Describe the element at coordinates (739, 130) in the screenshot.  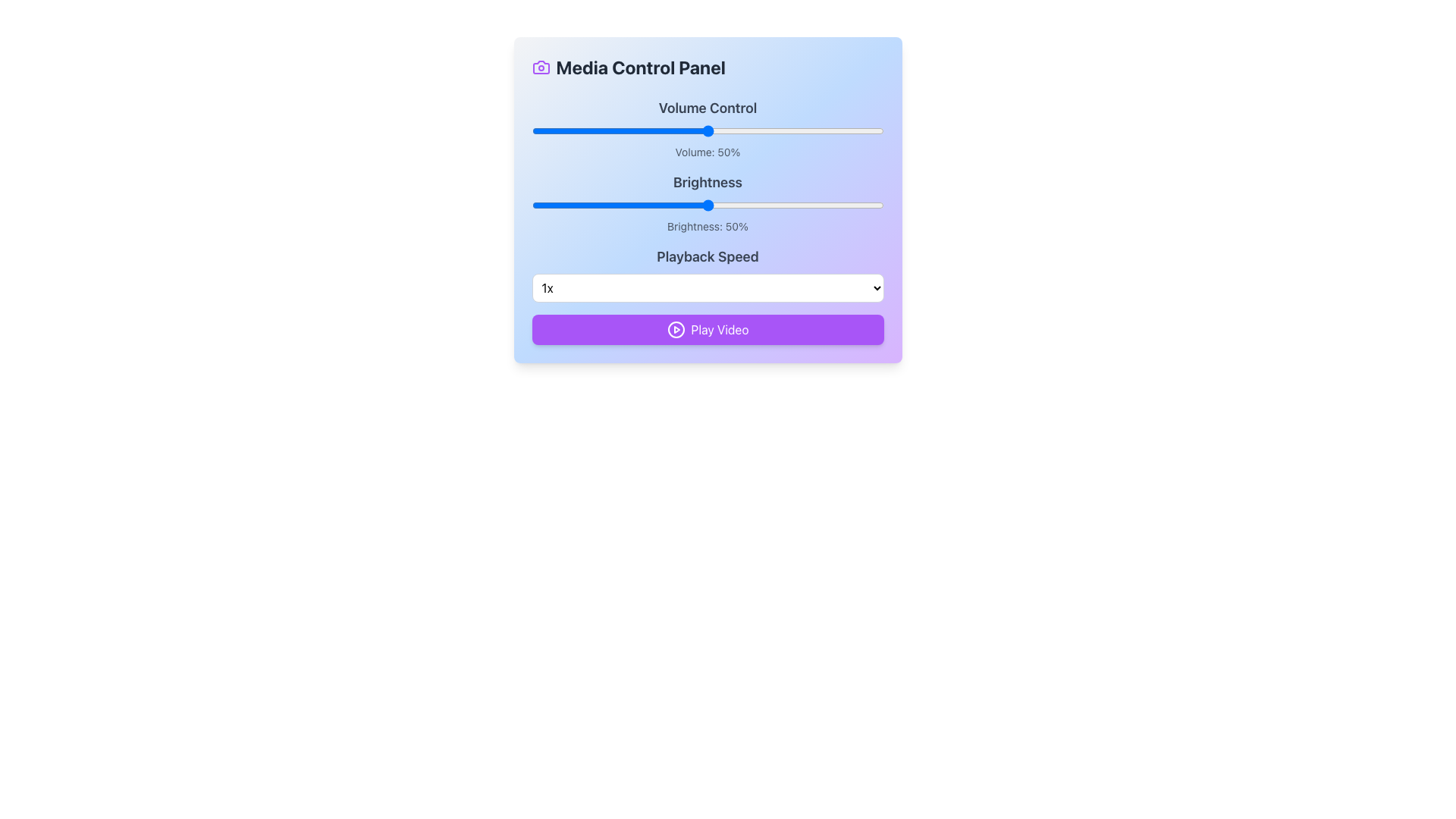
I see `the volume` at that location.